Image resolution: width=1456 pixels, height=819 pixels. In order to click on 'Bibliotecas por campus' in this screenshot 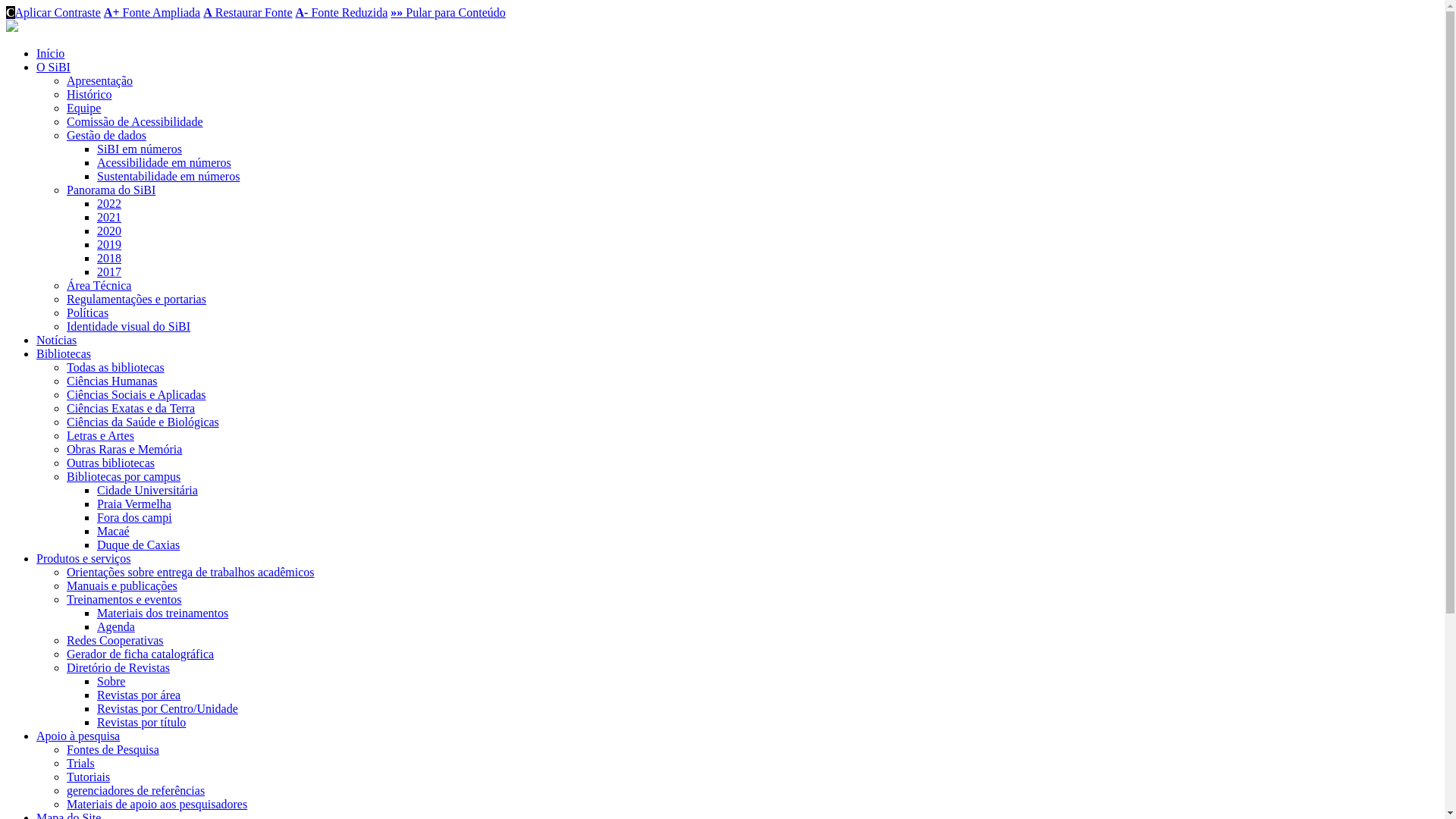, I will do `click(124, 475)`.